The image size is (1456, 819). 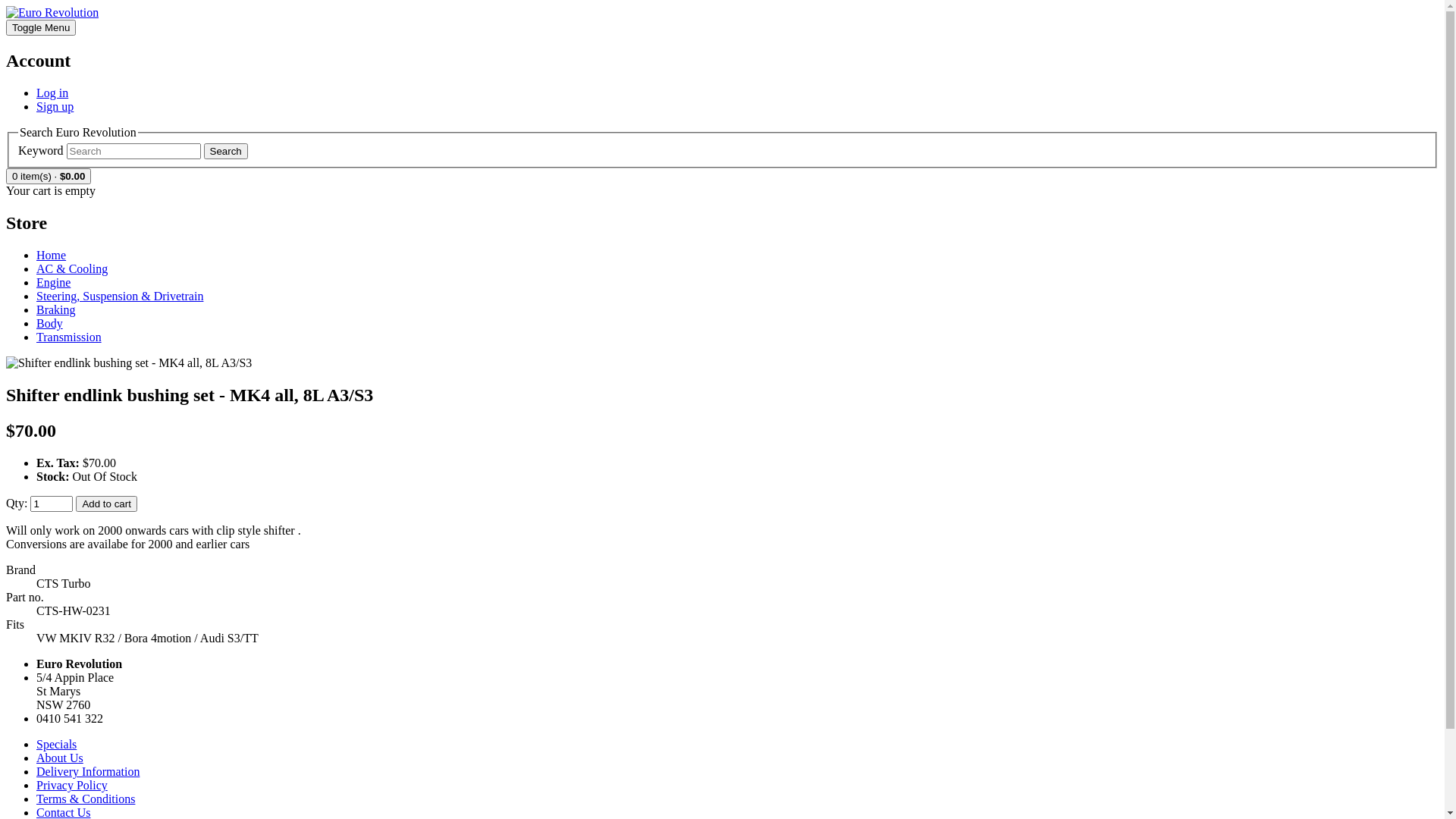 I want to click on 'Delivery Information', so click(x=86, y=771).